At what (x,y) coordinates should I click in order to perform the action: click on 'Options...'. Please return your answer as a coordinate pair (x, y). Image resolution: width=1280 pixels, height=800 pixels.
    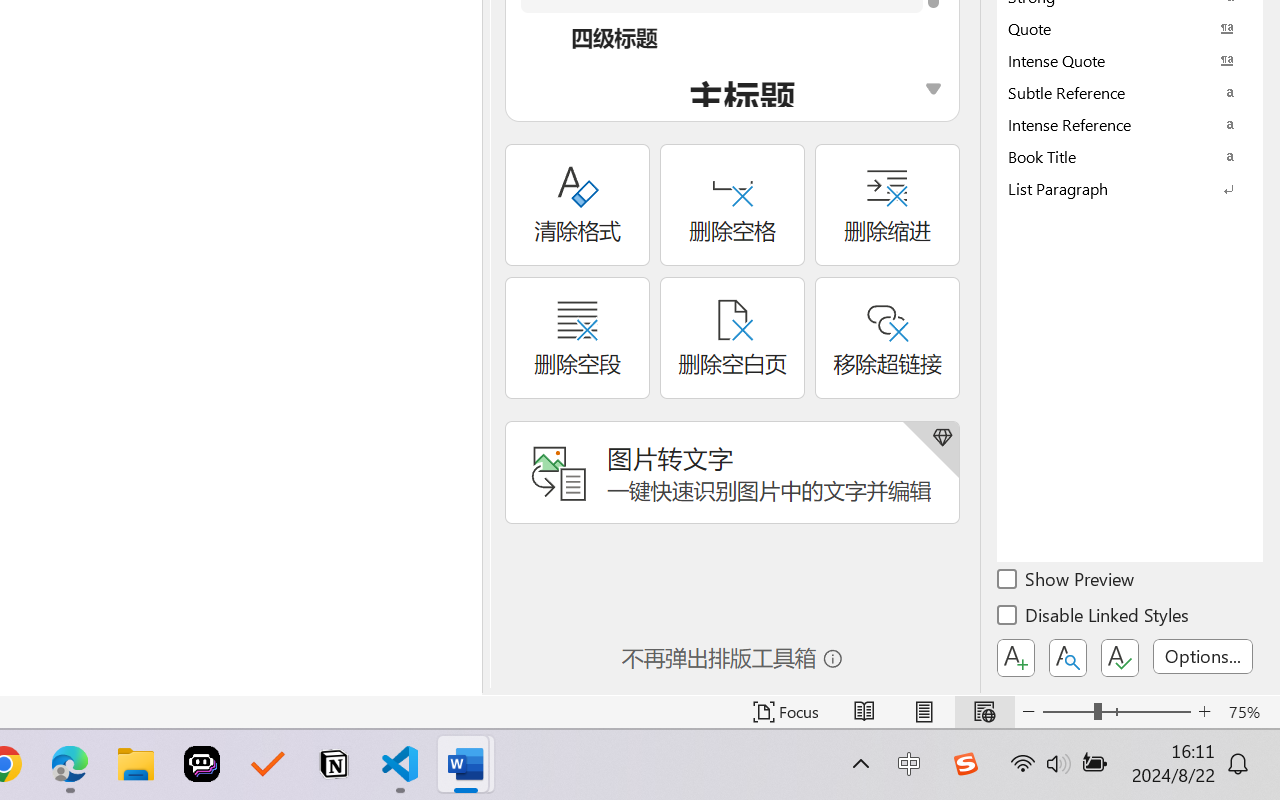
    Looking at the image, I should click on (1202, 655).